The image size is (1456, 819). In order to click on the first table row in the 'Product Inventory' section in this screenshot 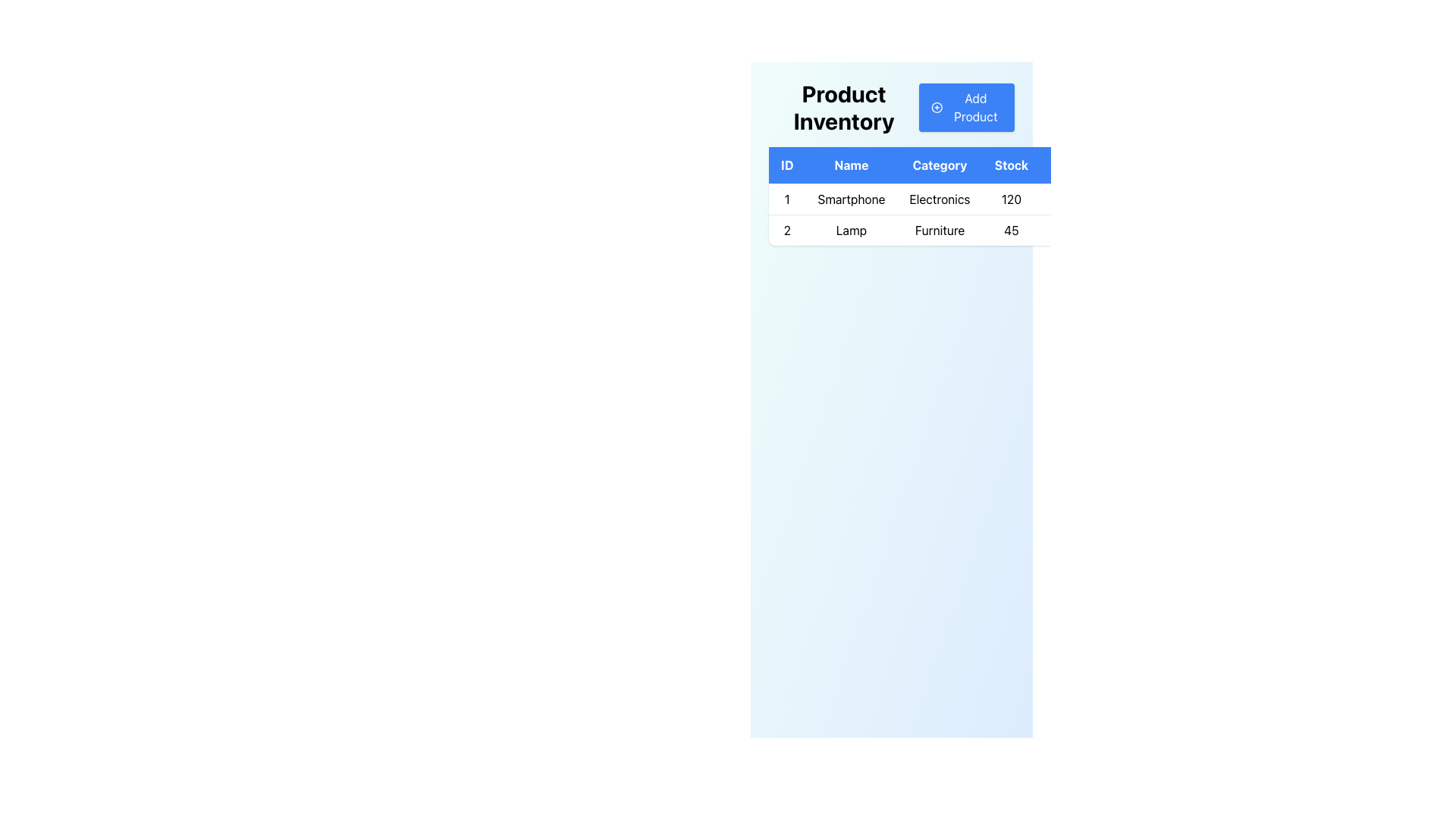, I will do `click(938, 195)`.